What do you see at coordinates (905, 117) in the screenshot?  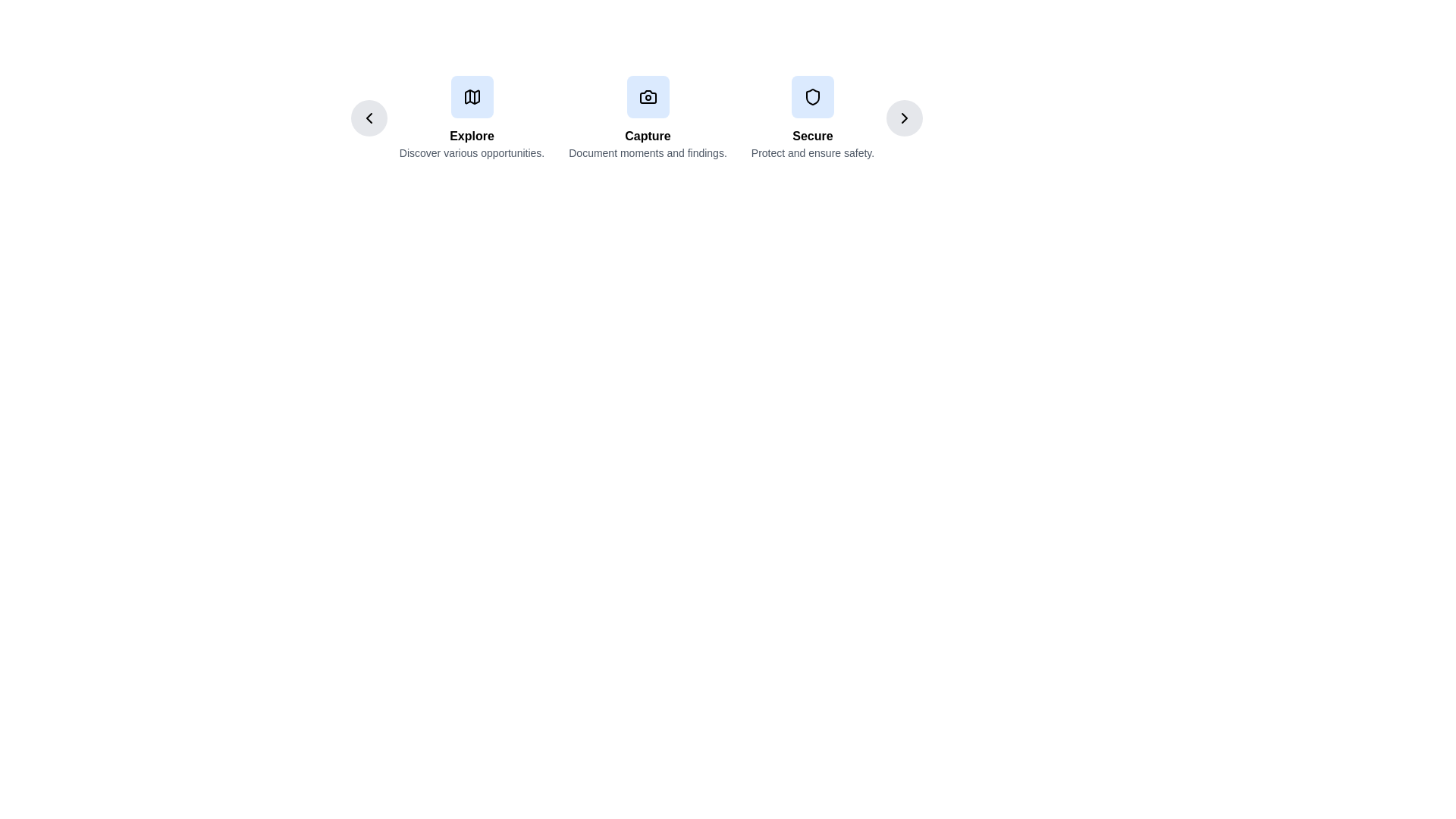 I see `the small right-pointing chevron icon with a black outline located within the light-gray circular button` at bounding box center [905, 117].